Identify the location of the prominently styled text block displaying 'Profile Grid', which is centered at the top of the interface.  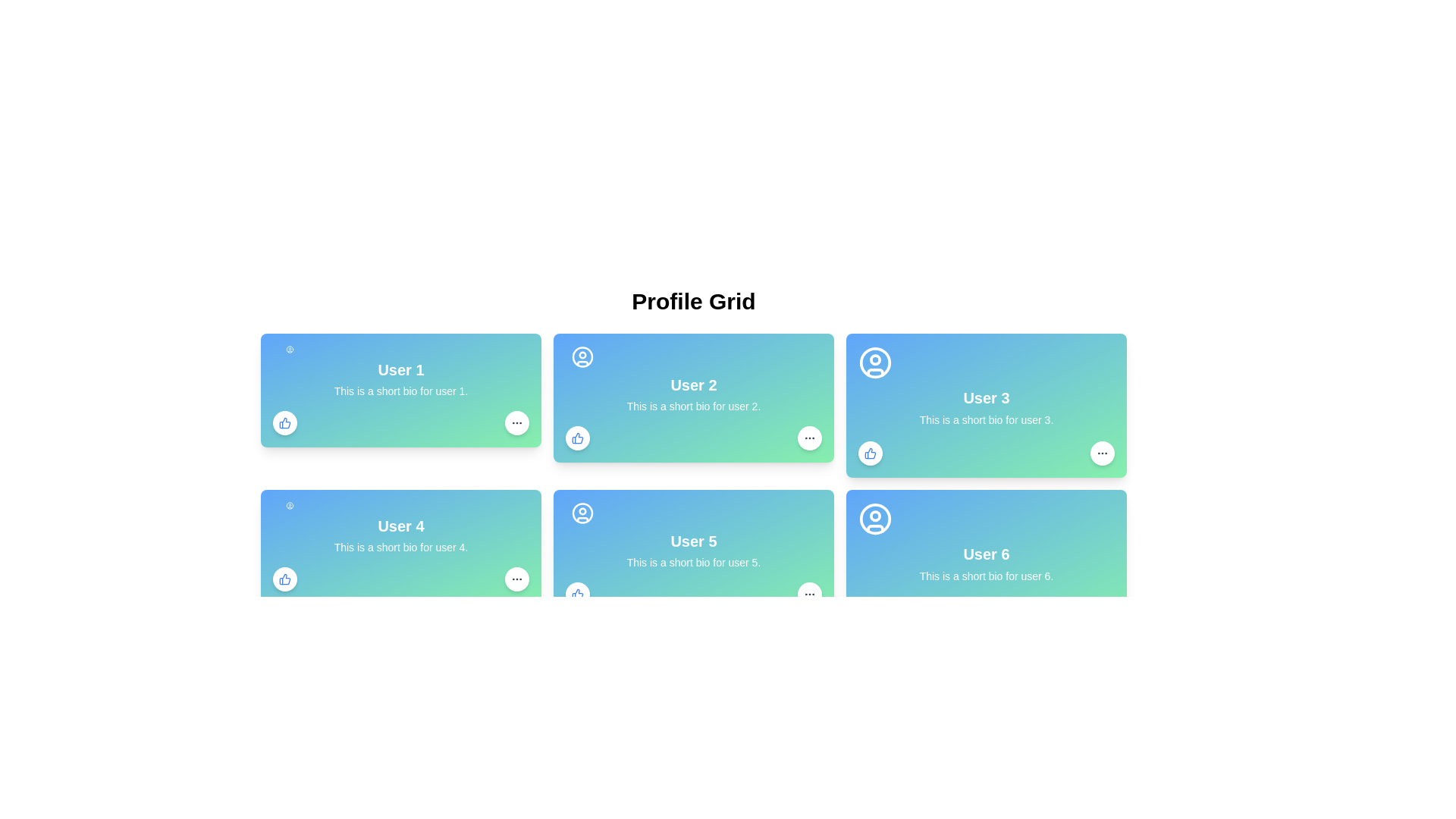
(693, 301).